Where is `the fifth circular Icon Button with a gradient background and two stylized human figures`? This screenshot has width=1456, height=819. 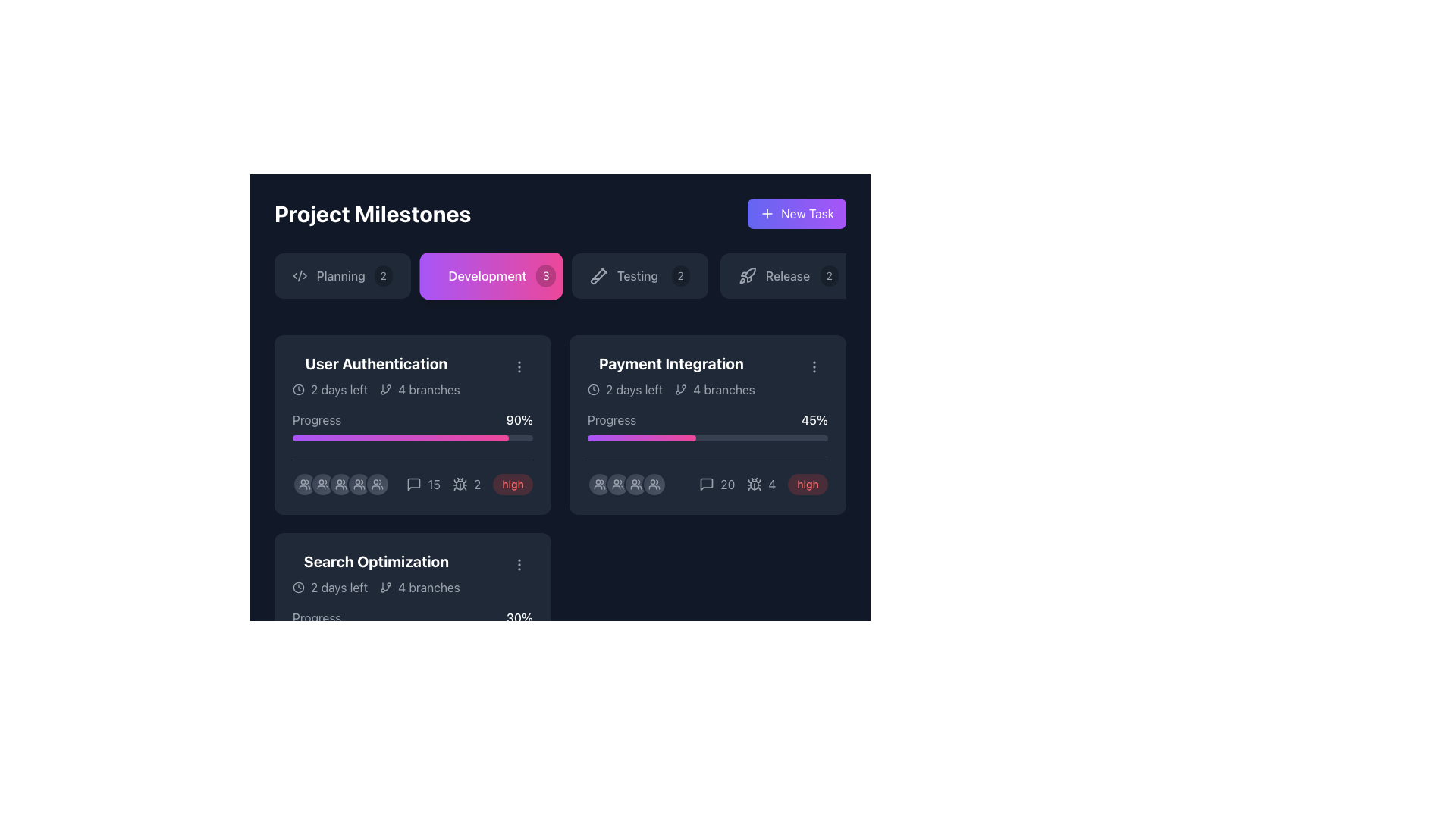
the fifth circular Icon Button with a gradient background and two stylized human figures is located at coordinates (654, 485).